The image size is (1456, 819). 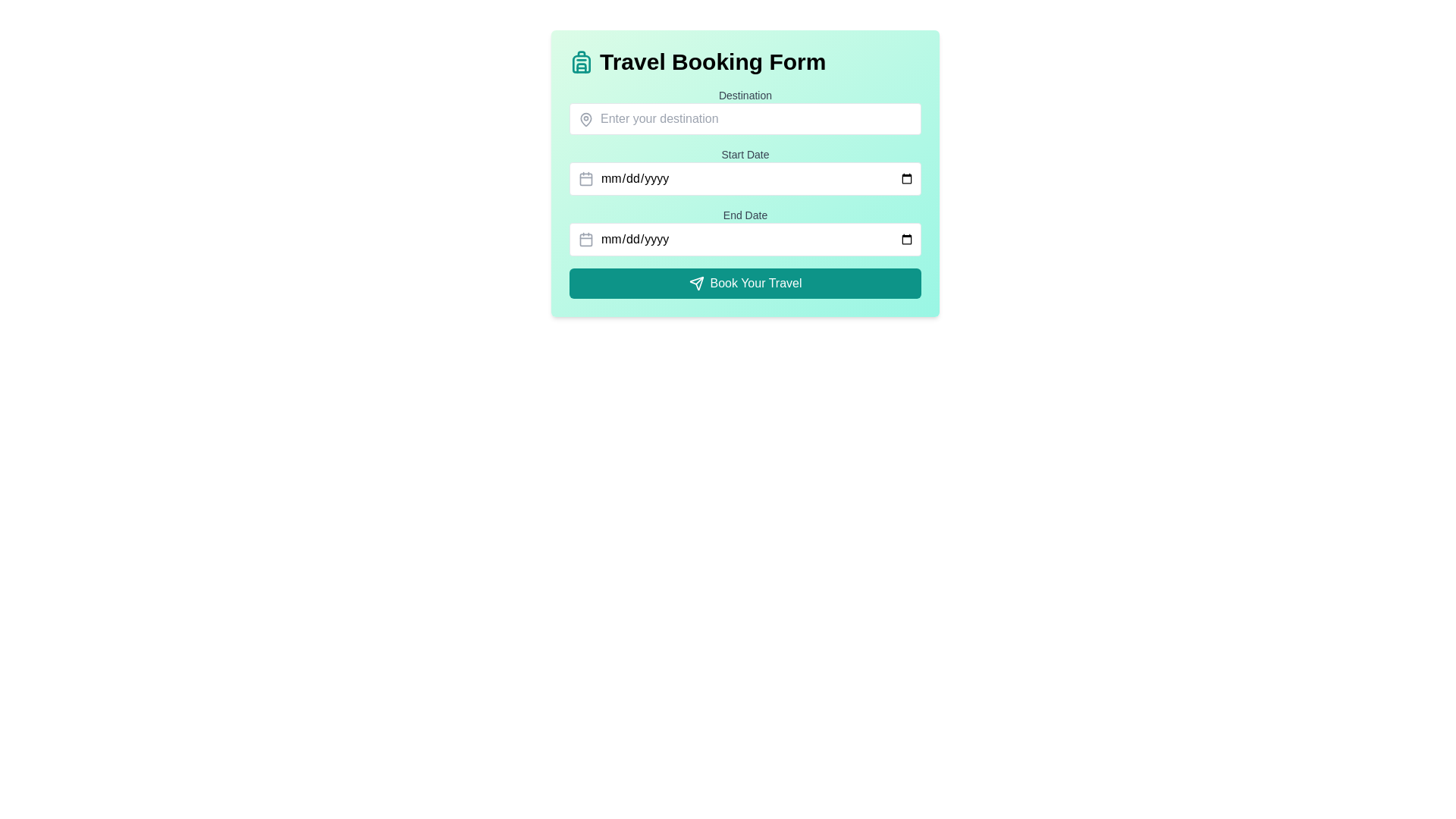 I want to click on the pin icon located inside the 'Destination' input field, which has a circular base and a needle-like top, rendered in gray color, so click(x=585, y=119).